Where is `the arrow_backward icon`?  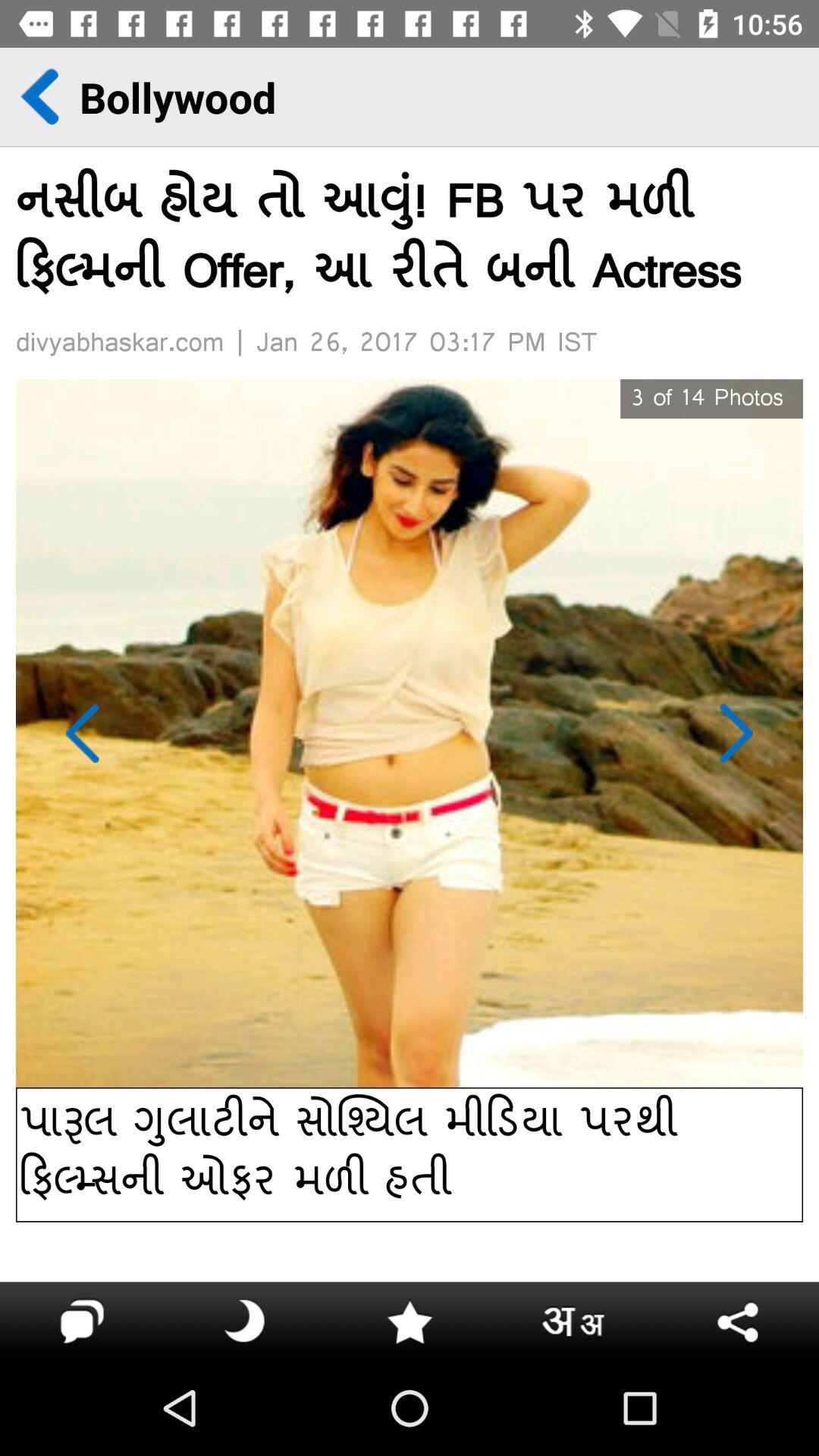
the arrow_backward icon is located at coordinates (736, 1319).